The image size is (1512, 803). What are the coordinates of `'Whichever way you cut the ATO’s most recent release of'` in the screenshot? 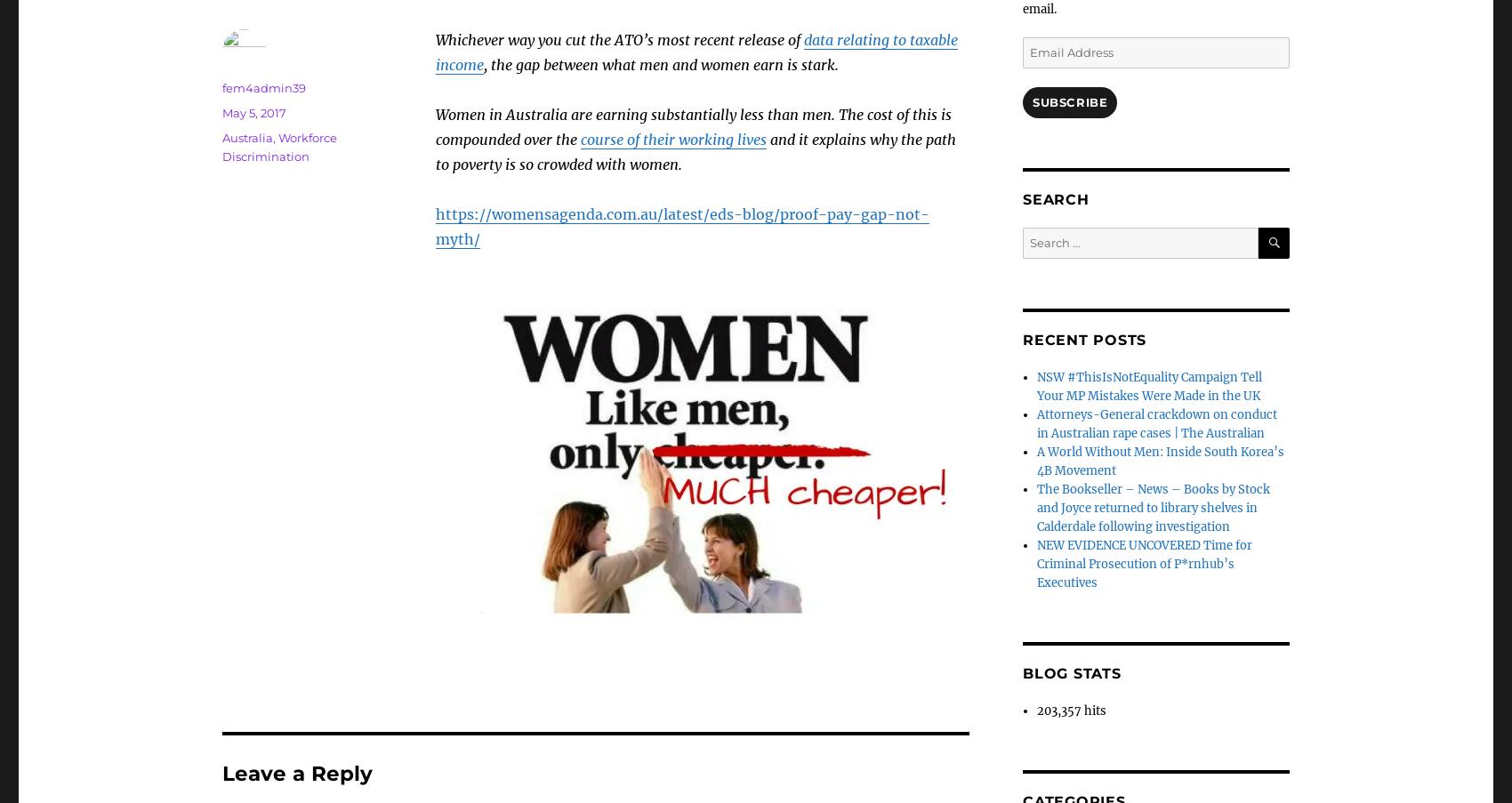 It's located at (620, 38).